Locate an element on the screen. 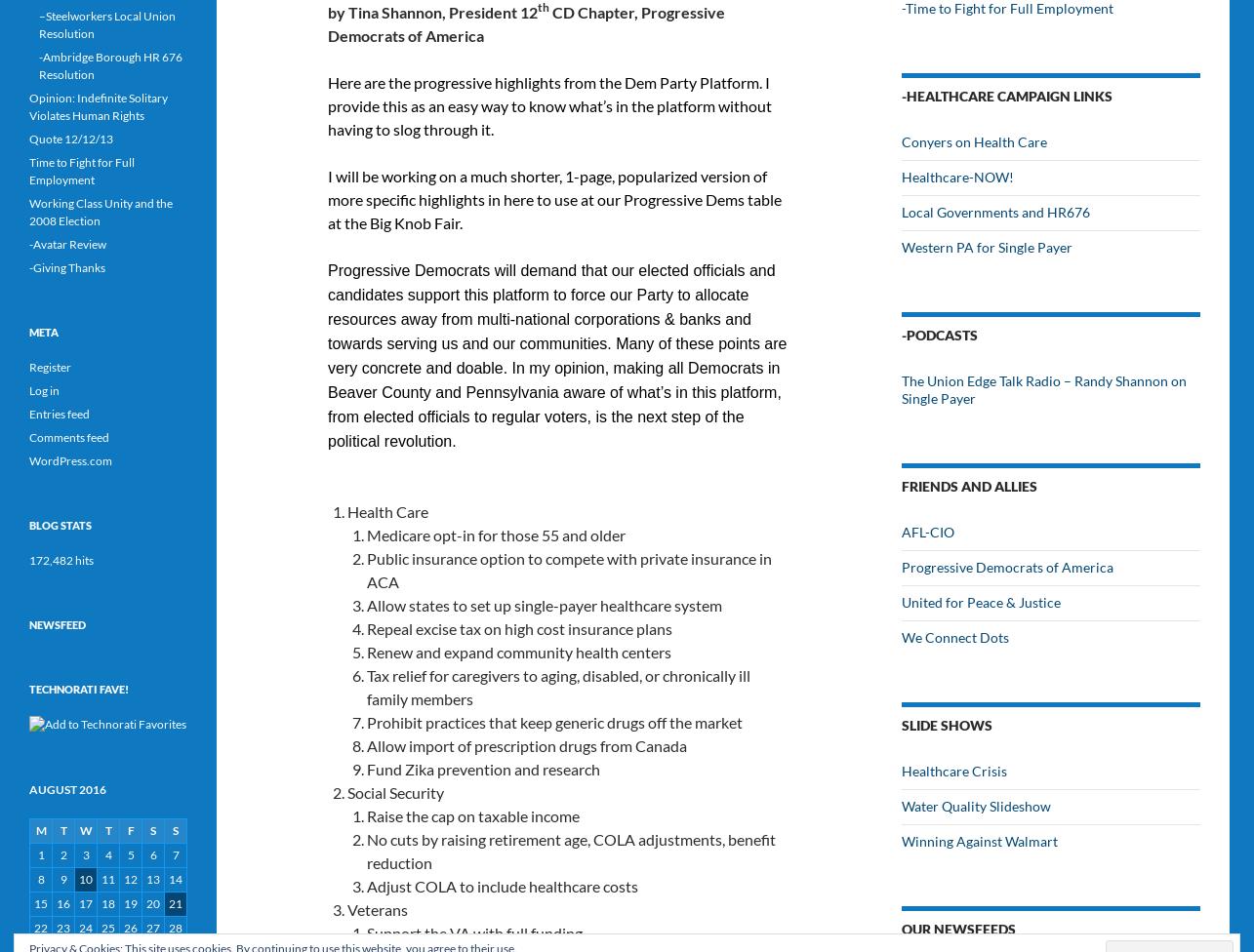 Image resolution: width=1254 pixels, height=952 pixels. 'Working Class Unity and the 2008 Election' is located at coordinates (101, 210).